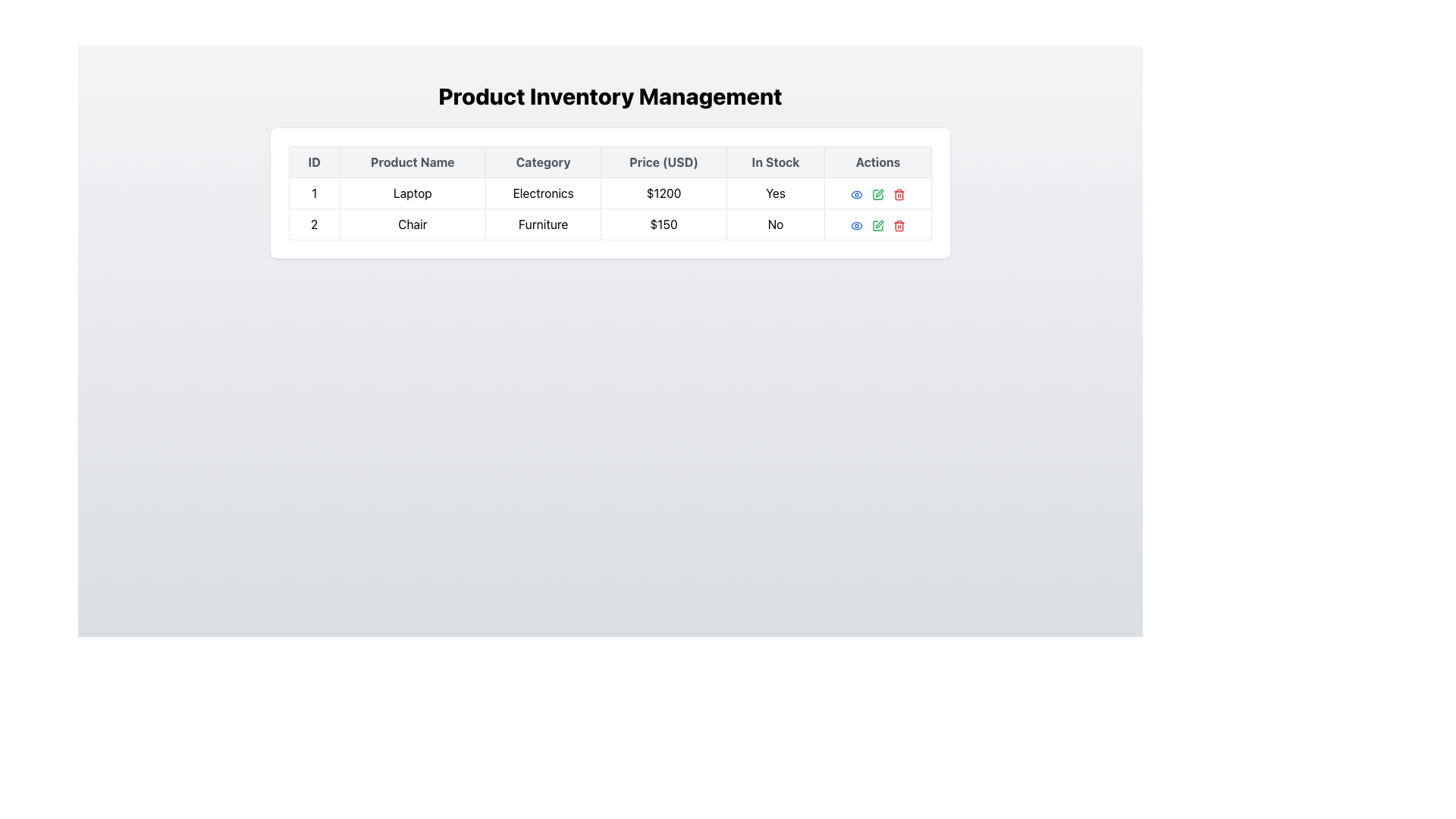 The height and width of the screenshot is (819, 1456). I want to click on the red trash can icon in the 'Actions' column of the second row, so click(899, 224).